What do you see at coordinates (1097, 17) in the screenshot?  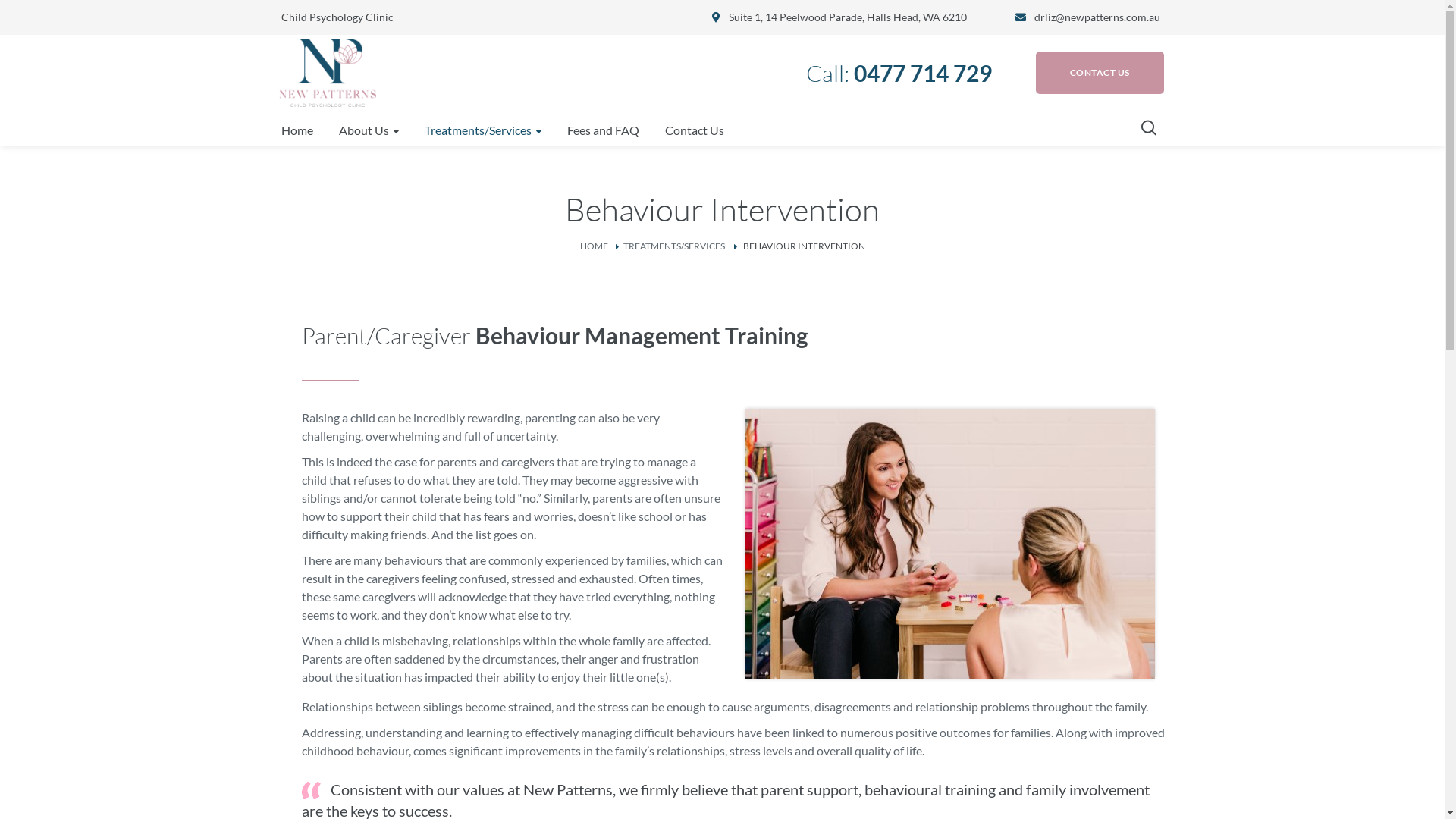 I see `'drliz@newpatterns.com.au'` at bounding box center [1097, 17].